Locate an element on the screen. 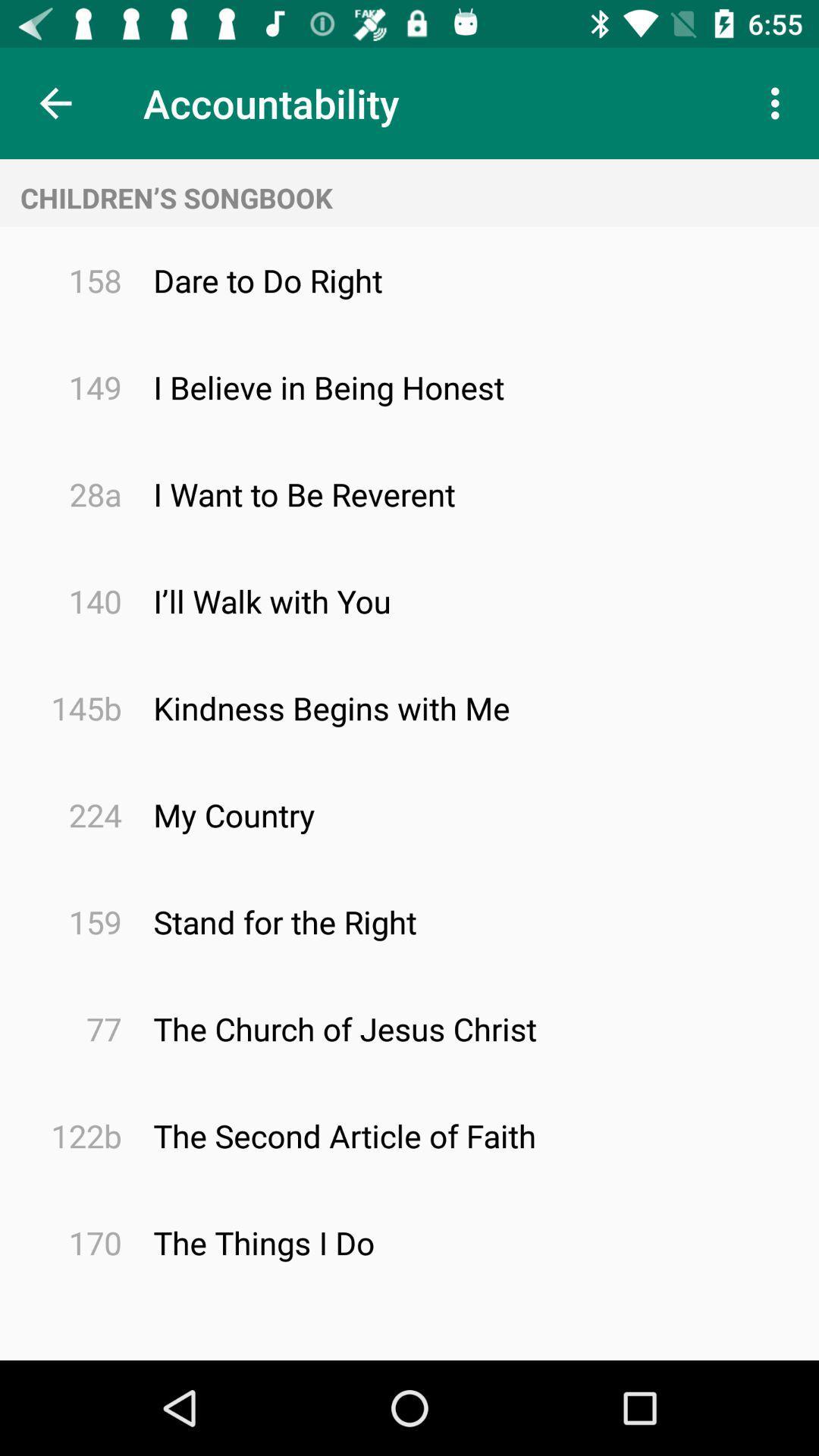 Image resolution: width=819 pixels, height=1456 pixels. the item at the top right corner is located at coordinates (779, 102).